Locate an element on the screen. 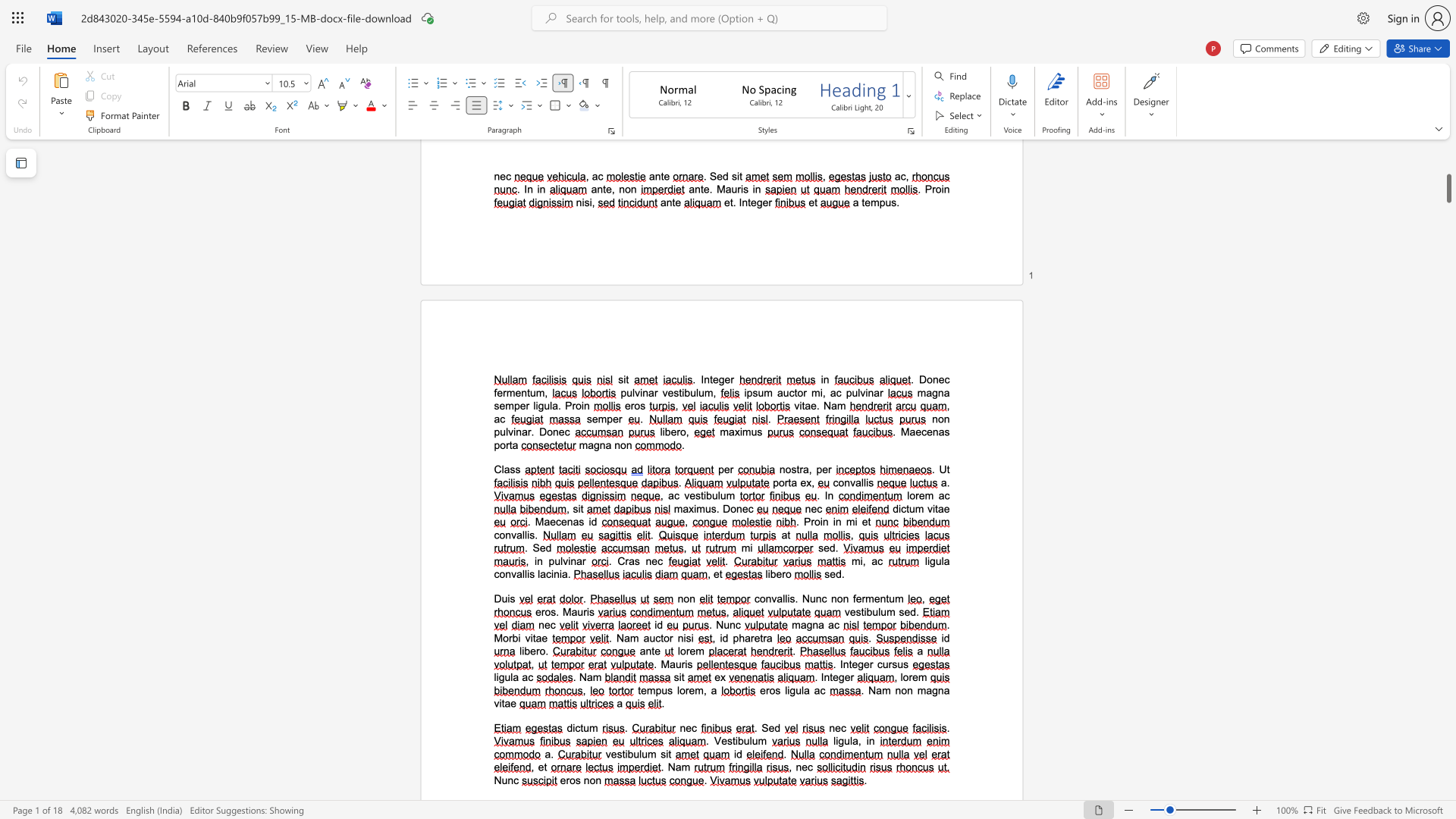  the 2th character "a" in the text is located at coordinates (646, 638).